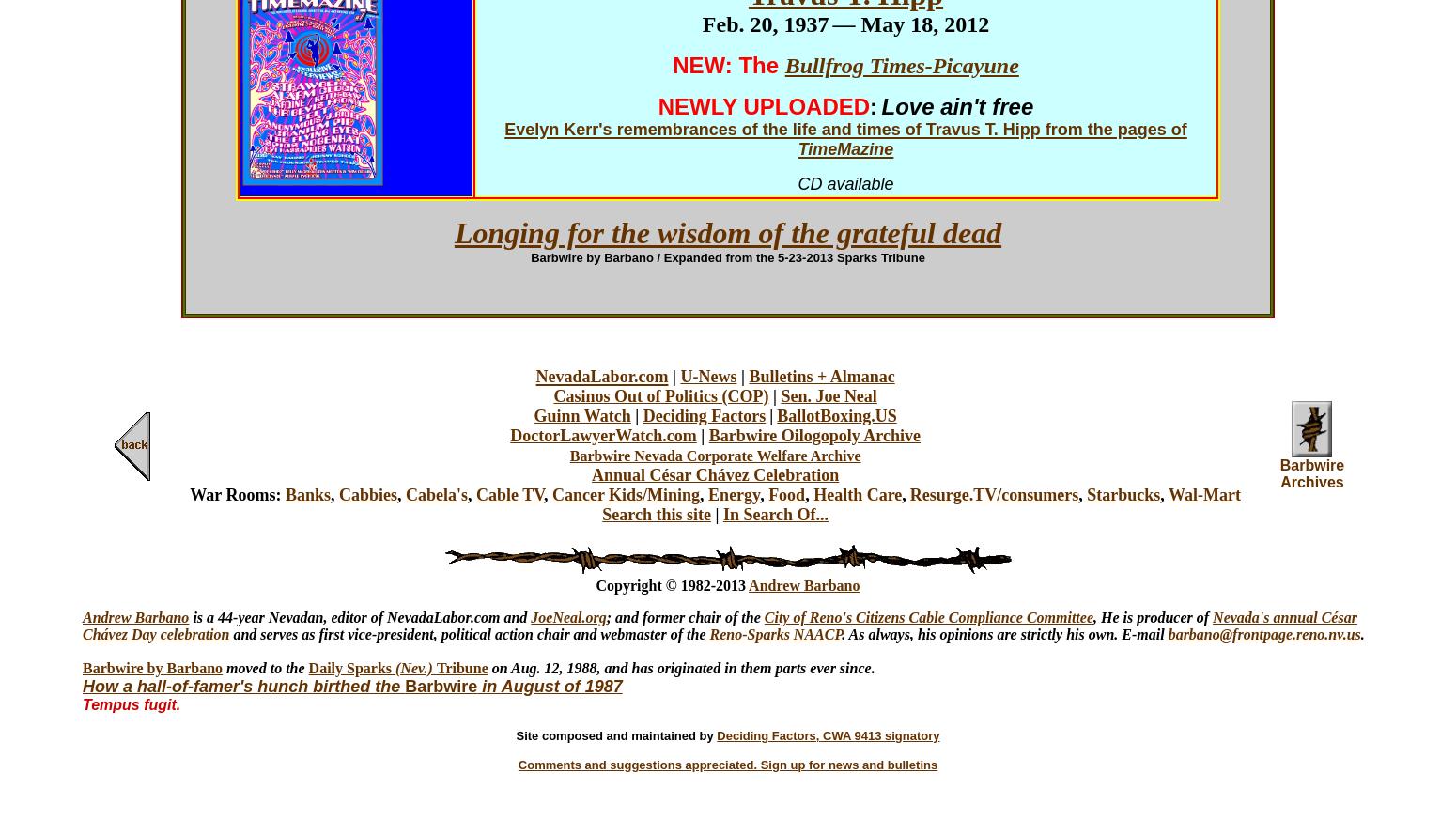 The image size is (1456, 819). I want to click on 'Sen. Joe 
          Neal', so click(779, 395).